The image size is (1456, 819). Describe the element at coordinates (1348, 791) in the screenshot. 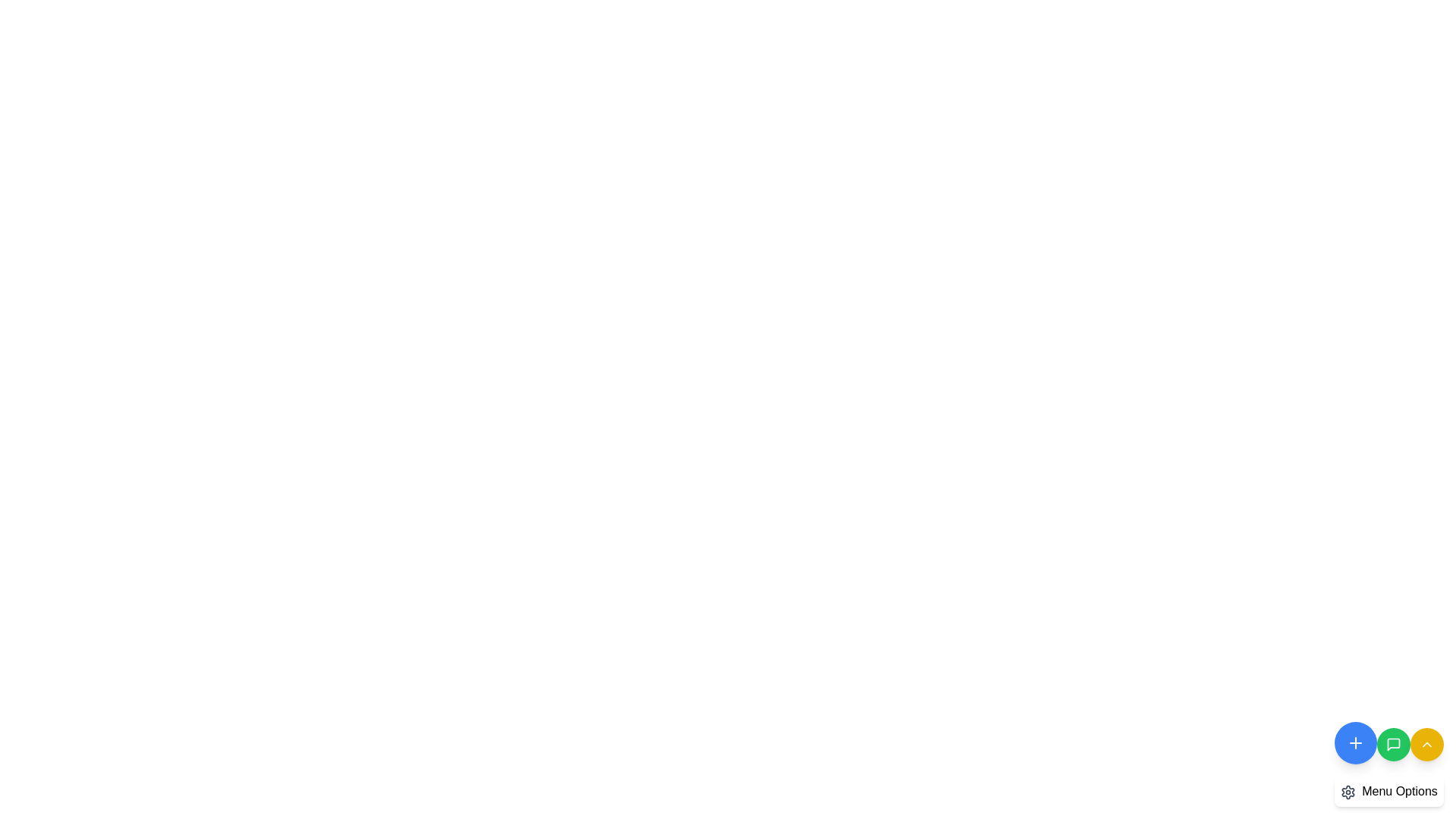

I see `the graphical icon representing settings or configuration options, located in the bottom-right corner of the interface, adjacent to action icons like a plus button and a dropdown menu` at that location.